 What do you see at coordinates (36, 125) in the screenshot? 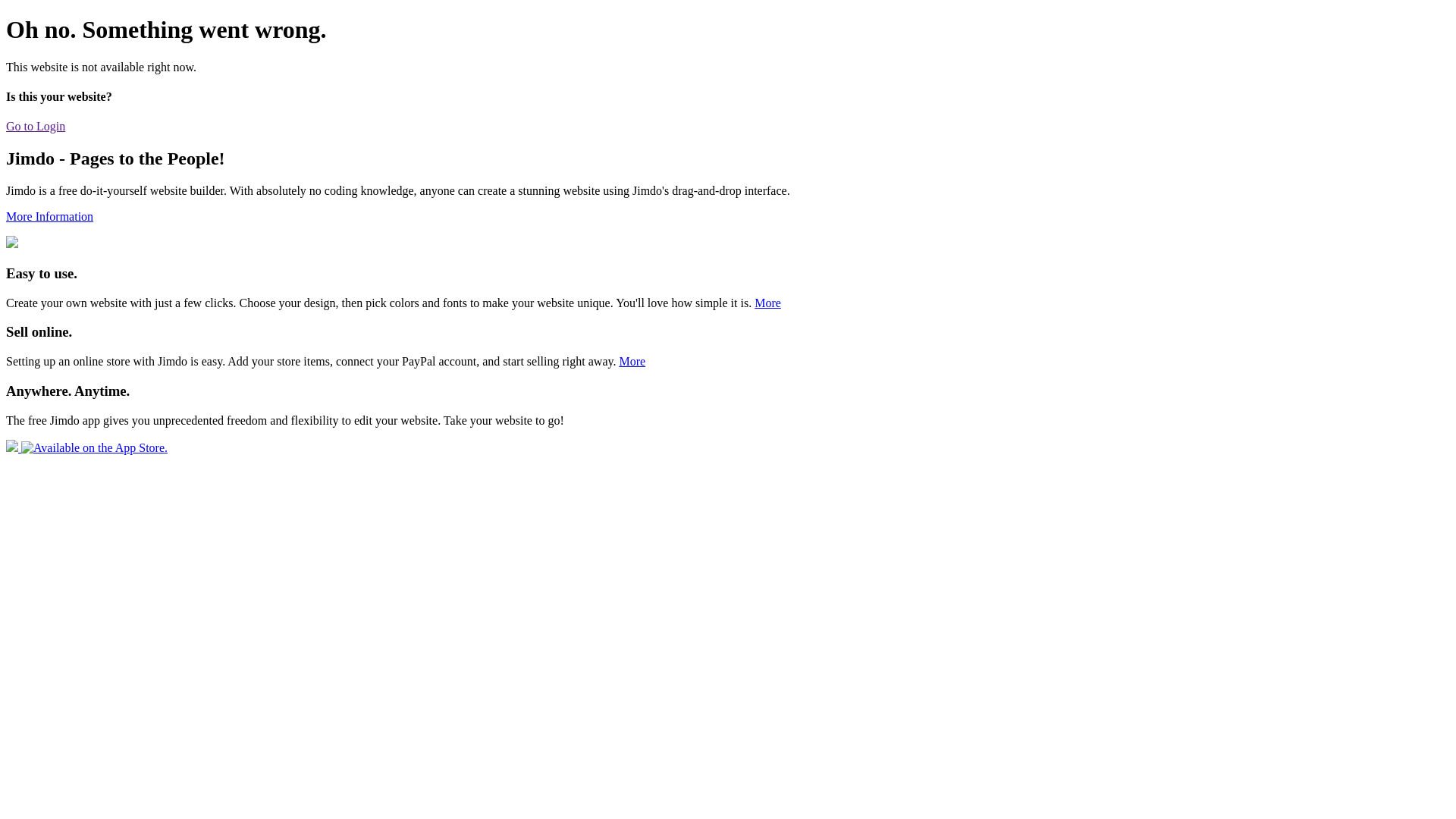
I see `'Go to Login'` at bounding box center [36, 125].